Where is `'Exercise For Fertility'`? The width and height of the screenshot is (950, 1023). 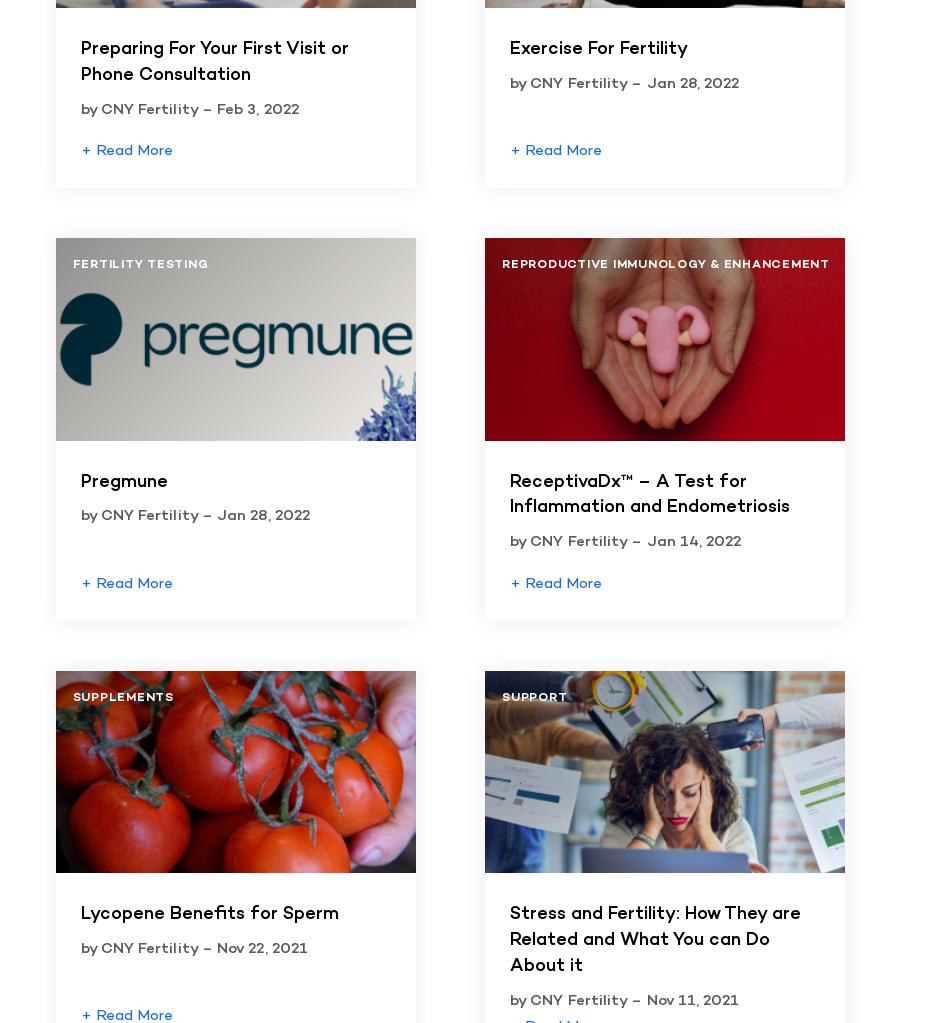
'Exercise For Fertility' is located at coordinates (598, 49).